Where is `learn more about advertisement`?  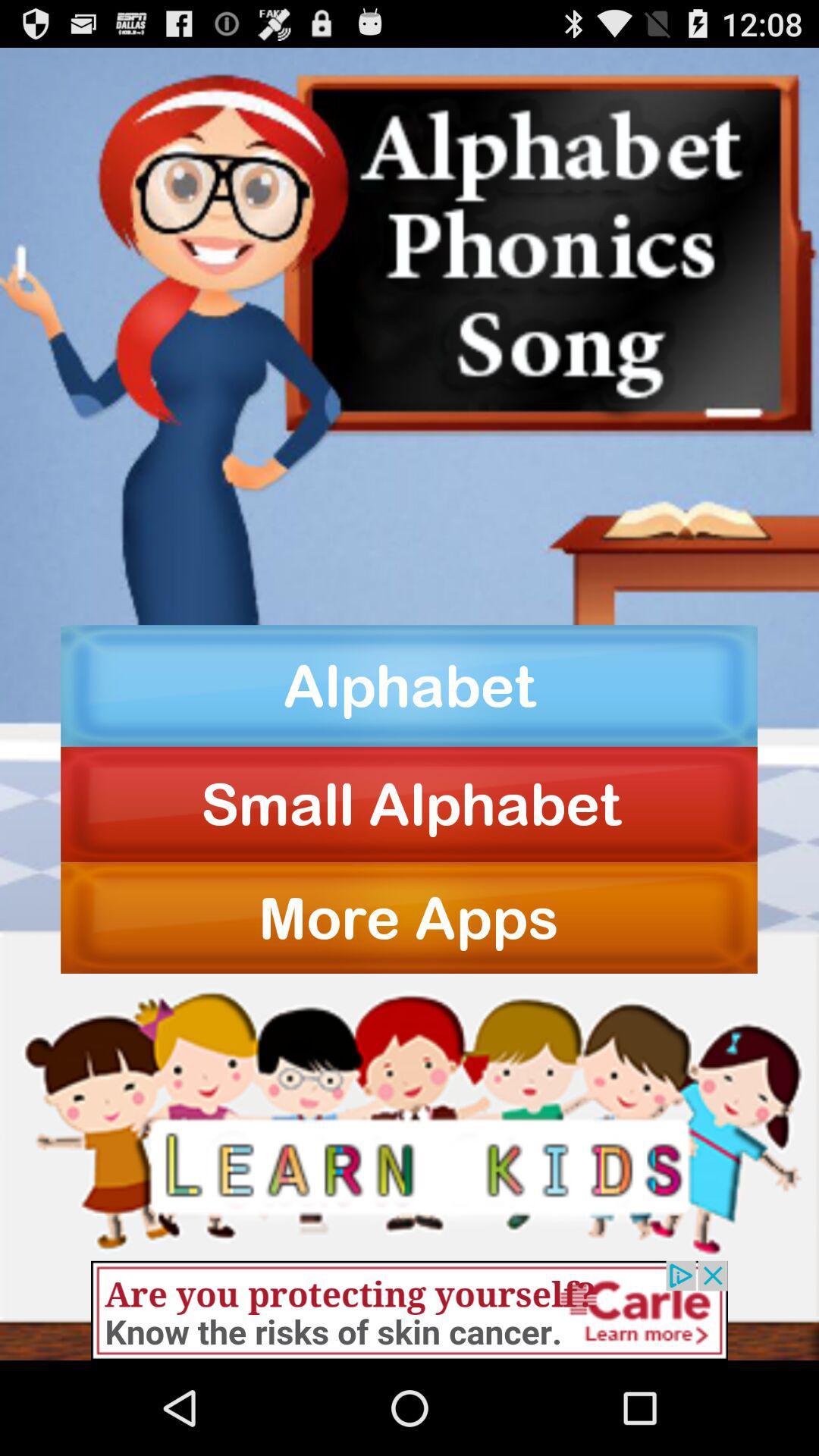 learn more about advertisement is located at coordinates (409, 1310).